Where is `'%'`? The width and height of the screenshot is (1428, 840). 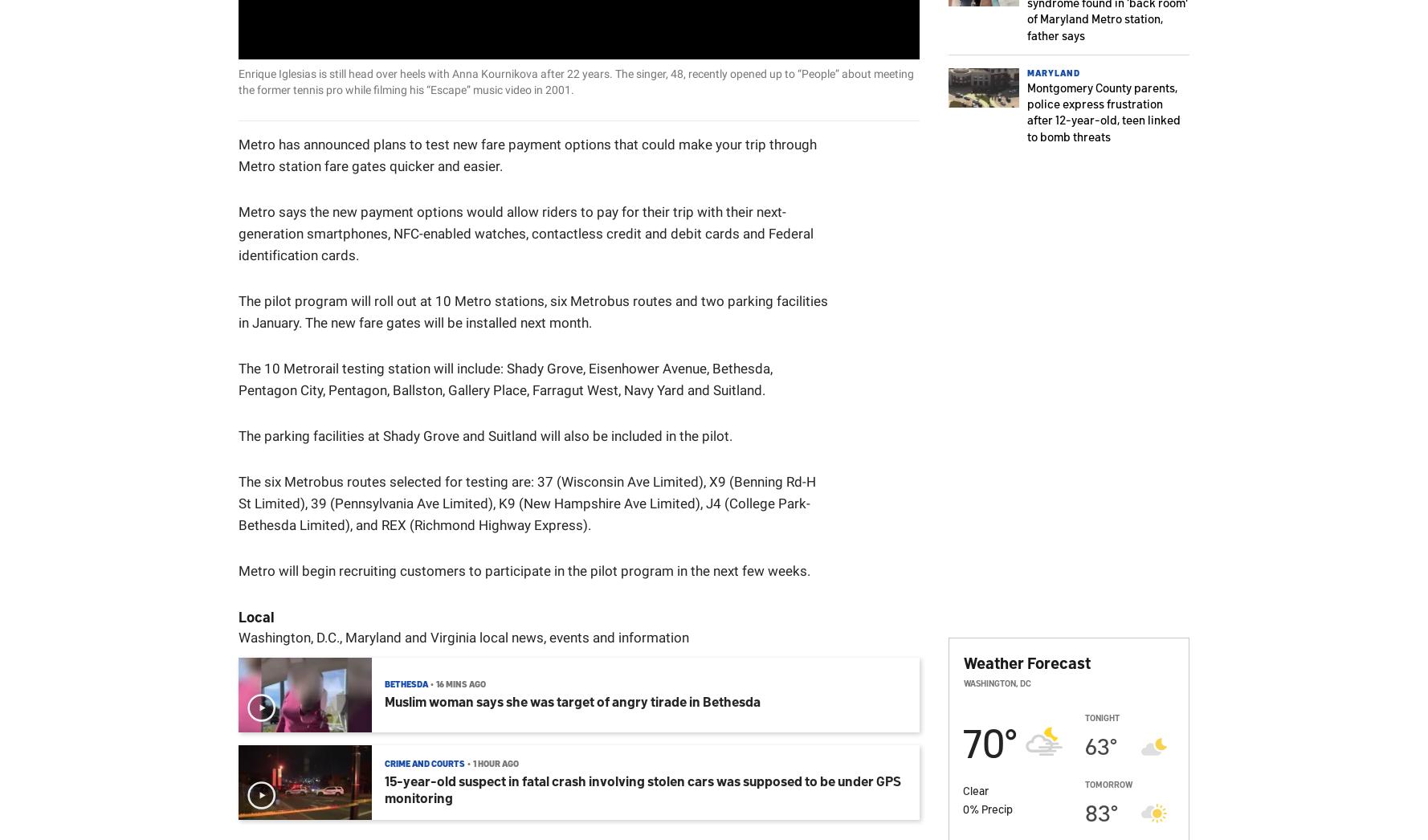
'%' is located at coordinates (974, 808).